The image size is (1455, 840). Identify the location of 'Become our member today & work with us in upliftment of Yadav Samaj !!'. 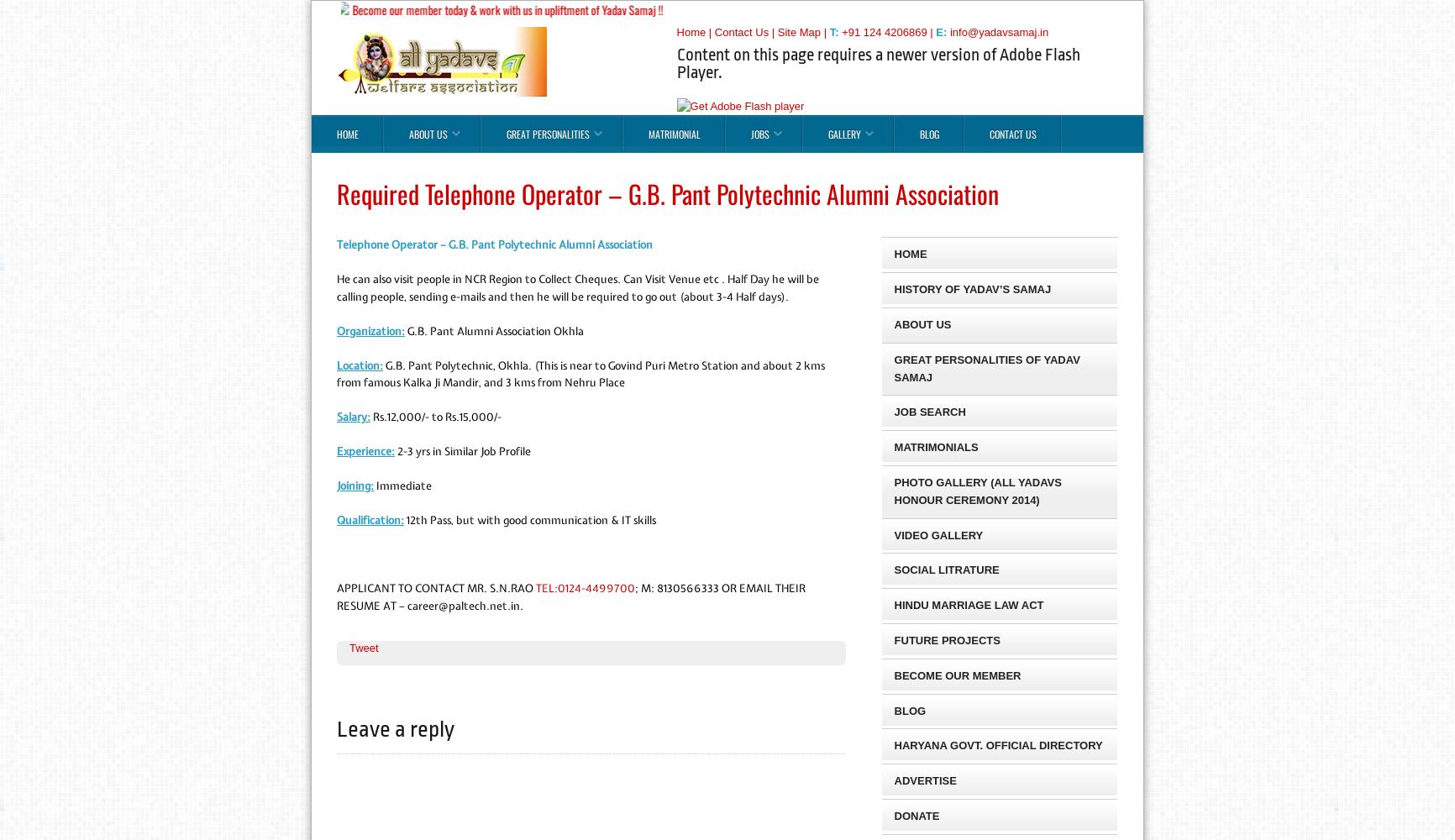
(491, 9).